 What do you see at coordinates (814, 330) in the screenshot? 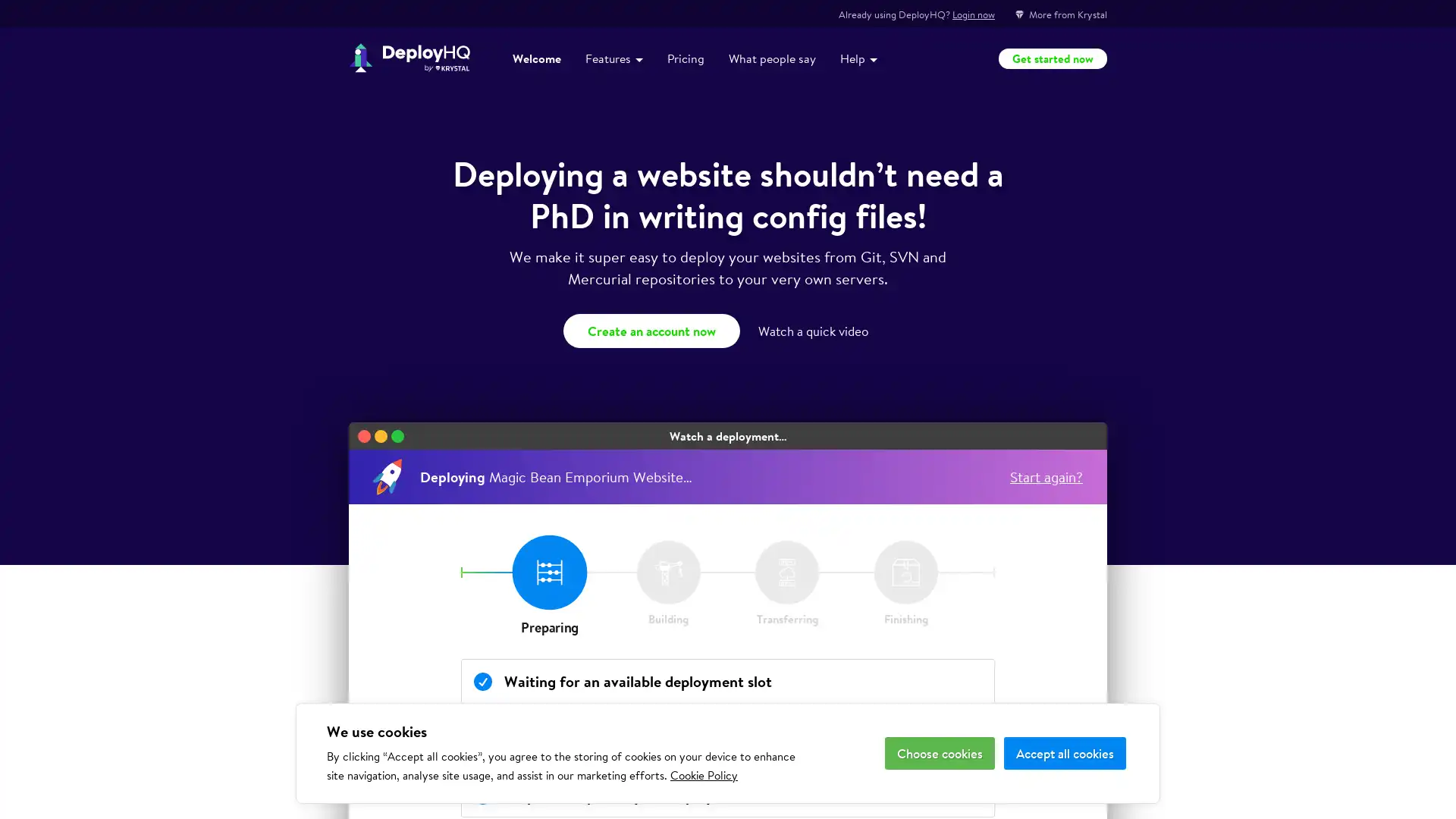
I see `Watch a quick video` at bounding box center [814, 330].